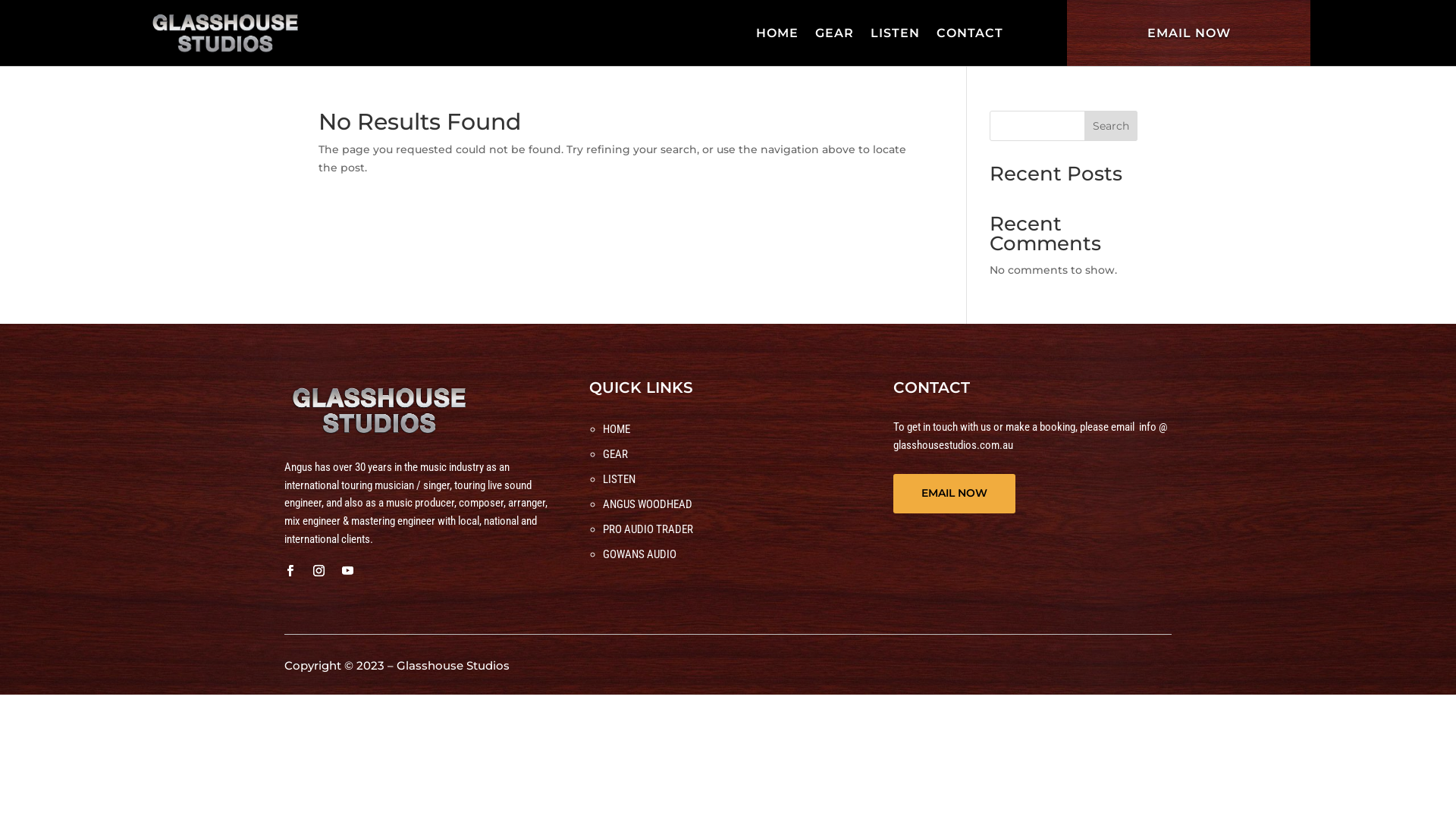 The width and height of the screenshot is (1456, 819). What do you see at coordinates (935, 33) in the screenshot?
I see `'CONTACT'` at bounding box center [935, 33].